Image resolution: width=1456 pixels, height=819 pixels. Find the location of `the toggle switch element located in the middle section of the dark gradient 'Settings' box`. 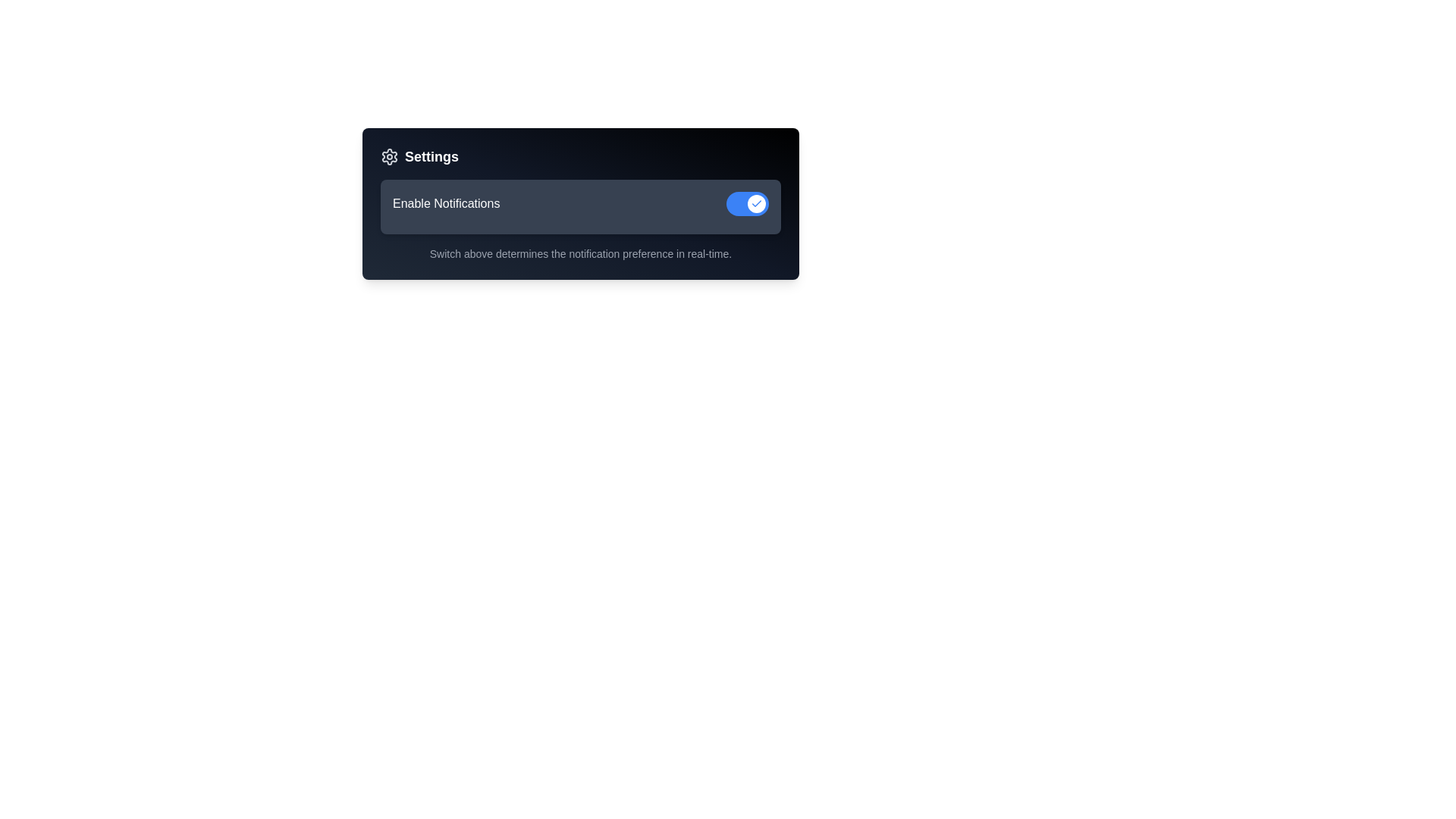

the toggle switch element located in the middle section of the dark gradient 'Settings' box is located at coordinates (580, 207).